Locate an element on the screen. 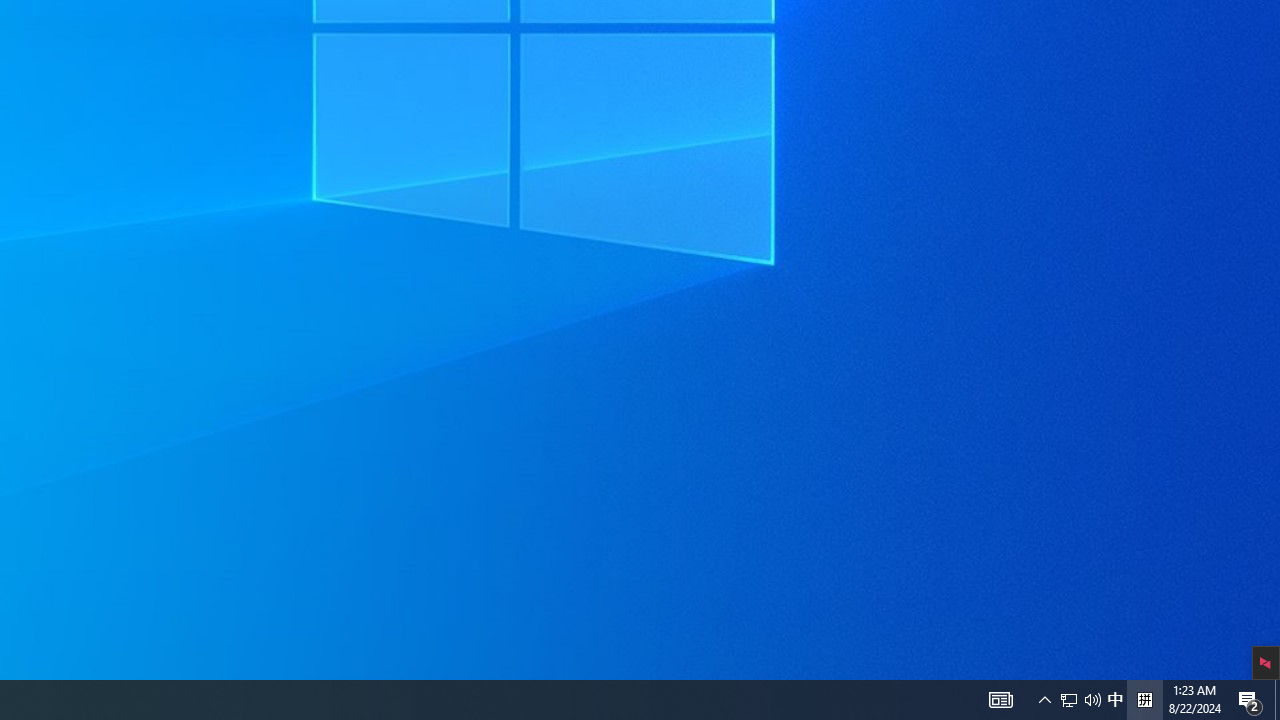 The height and width of the screenshot is (720, 1280). 'Notification Chevron' is located at coordinates (1044, 698).